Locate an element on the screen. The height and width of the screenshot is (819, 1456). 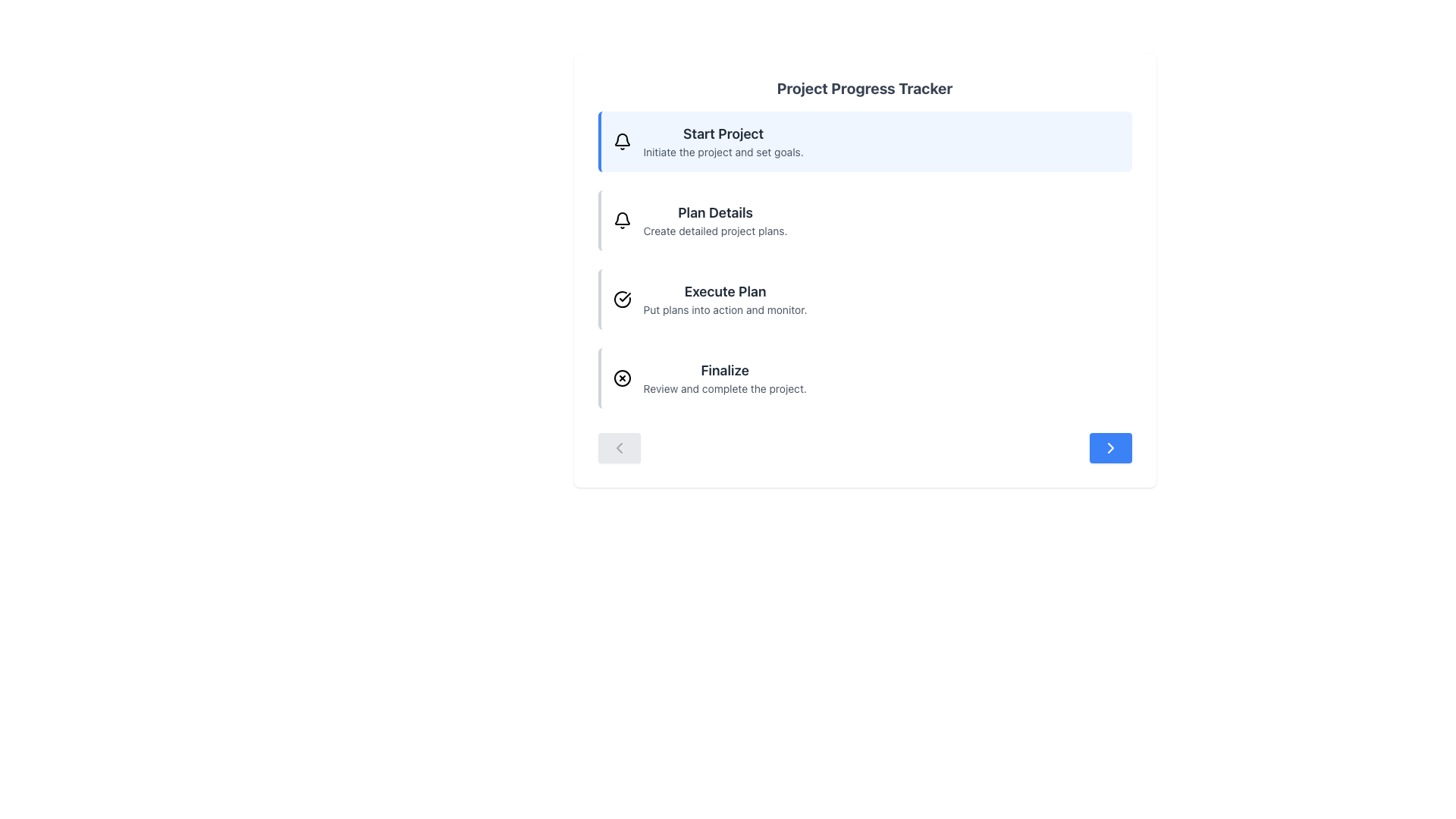
the 'Execute Plan' text label, which is the third item in the progress tracker list, styled in bold dark gray and larger than the adjacent text is located at coordinates (724, 292).